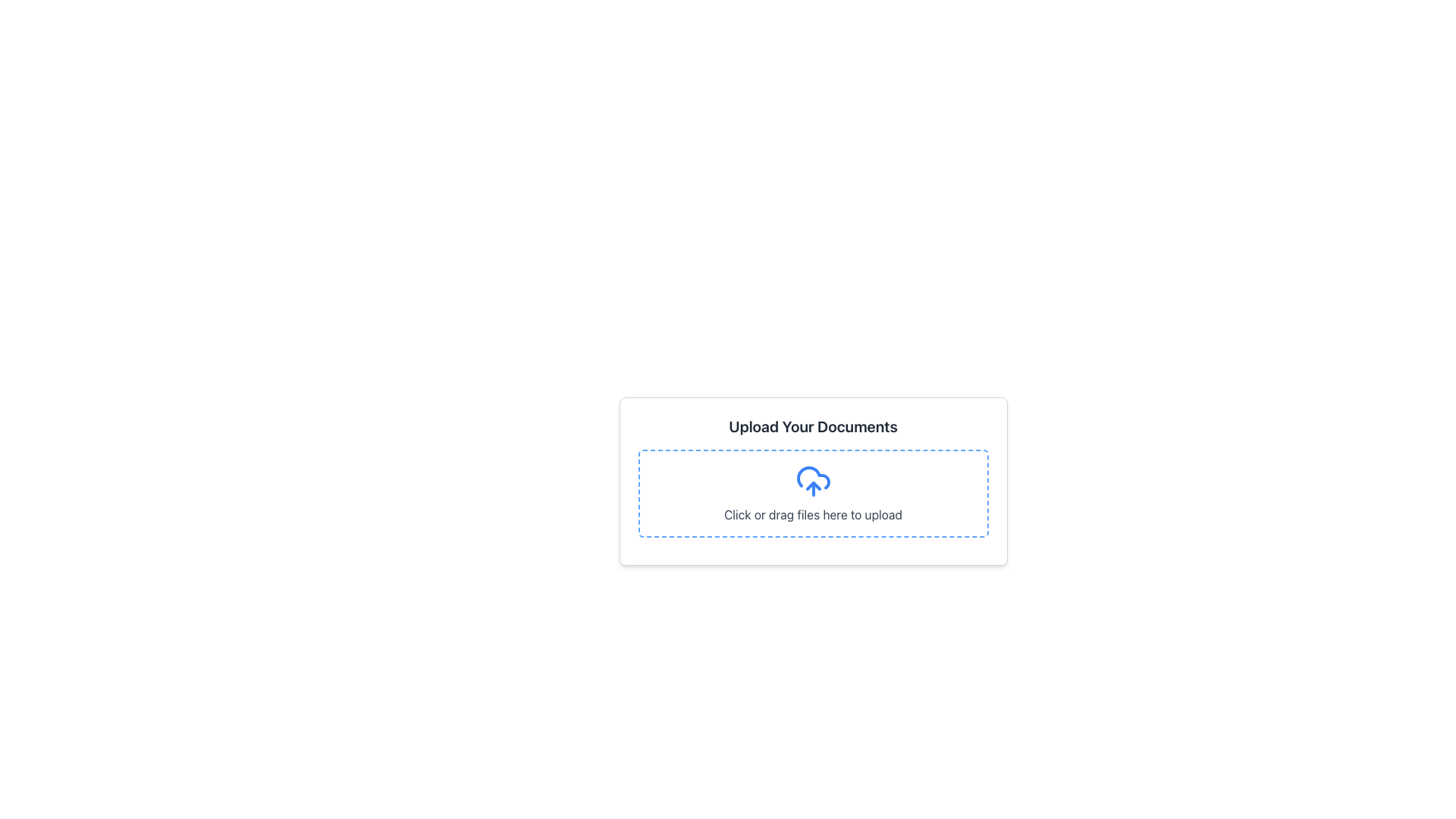 The width and height of the screenshot is (1456, 819). I want to click on and drop files onto the File upload area, which is a rectangular area with a dashed blue border and an upload icon depicting a cloud with an upward arrow, so click(812, 494).